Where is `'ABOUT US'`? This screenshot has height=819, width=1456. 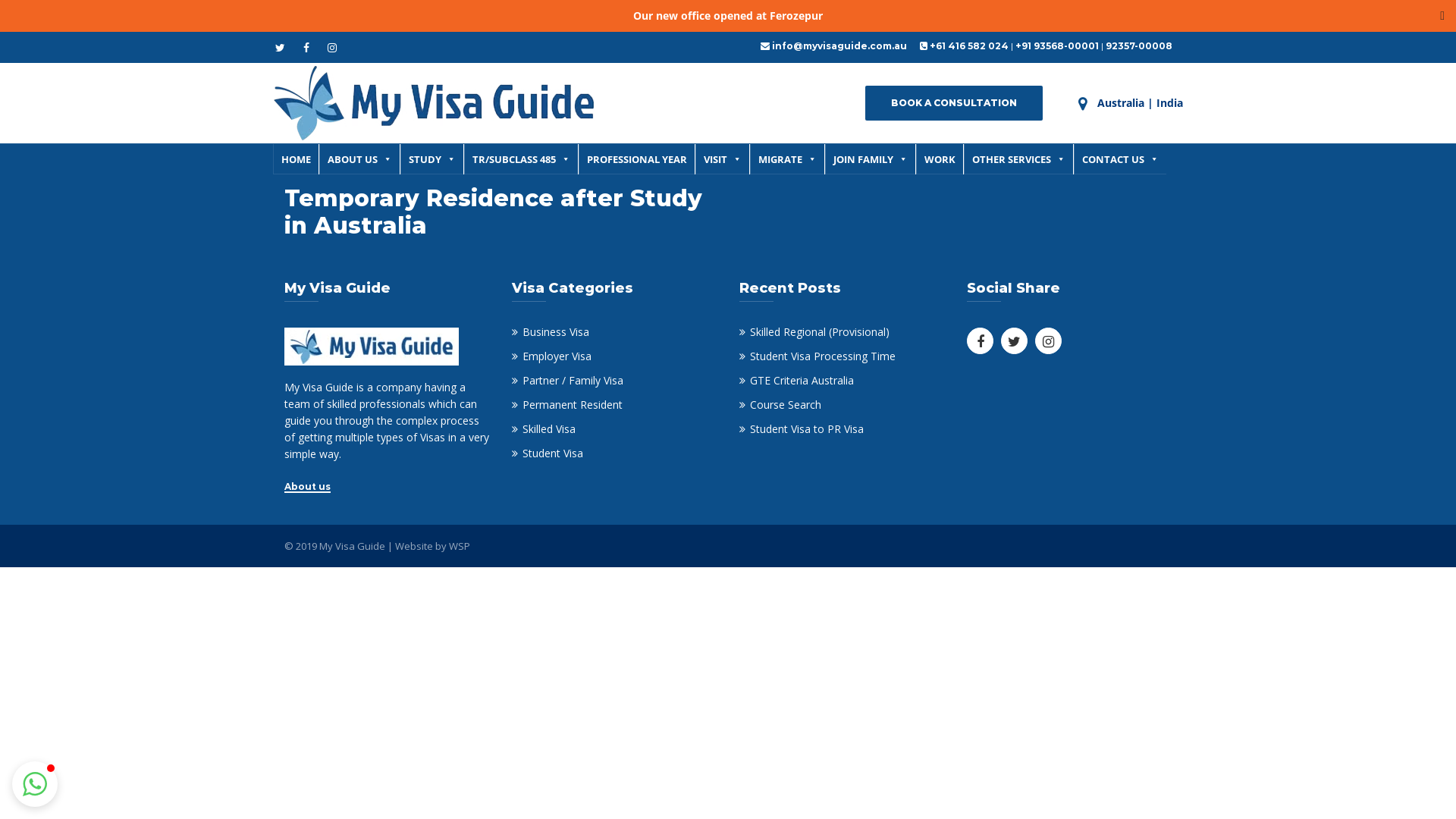
'ABOUT US' is located at coordinates (318, 158).